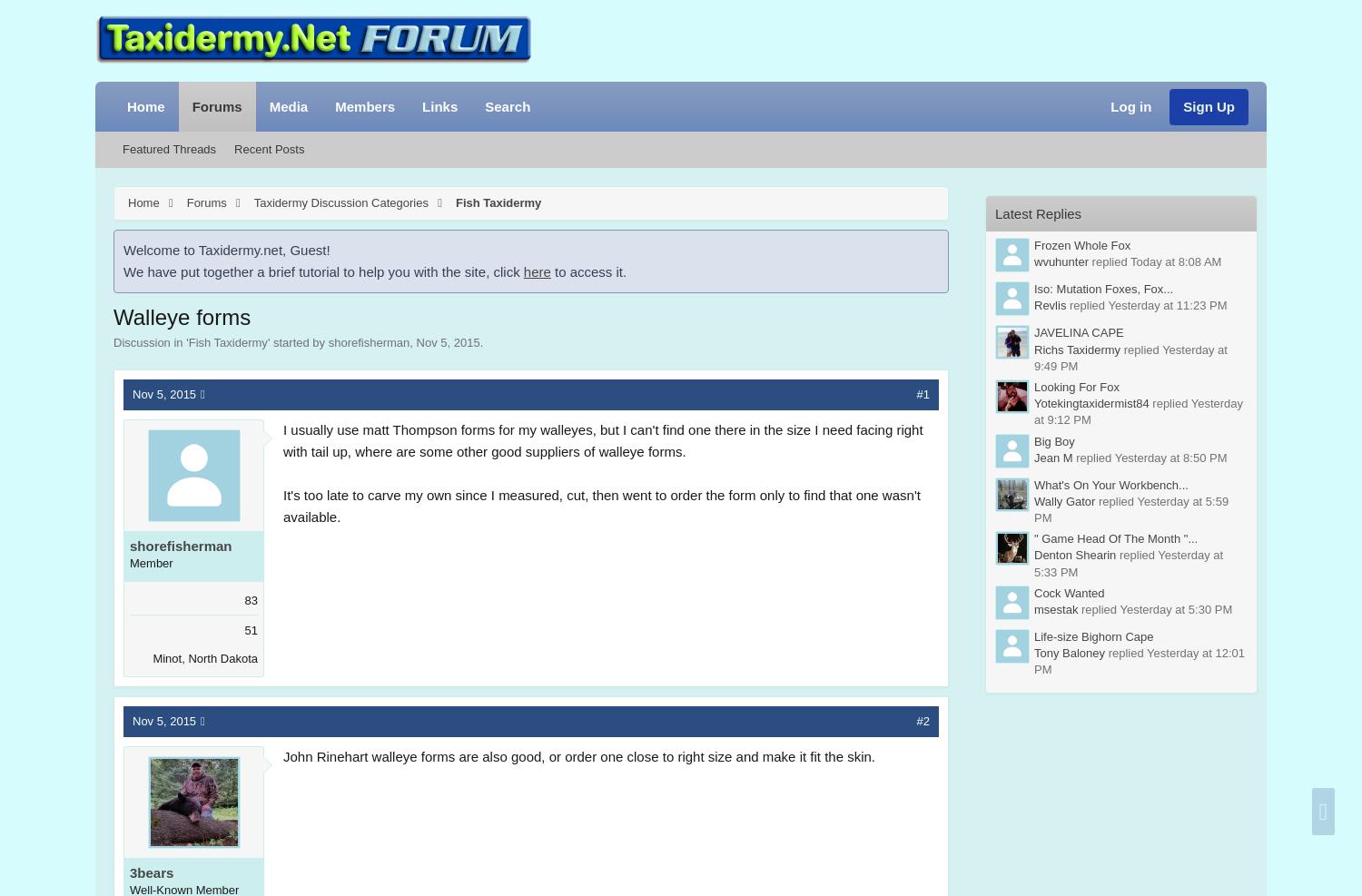 This screenshot has height=896, width=1362. What do you see at coordinates (923, 392) in the screenshot?
I see `'#1'` at bounding box center [923, 392].